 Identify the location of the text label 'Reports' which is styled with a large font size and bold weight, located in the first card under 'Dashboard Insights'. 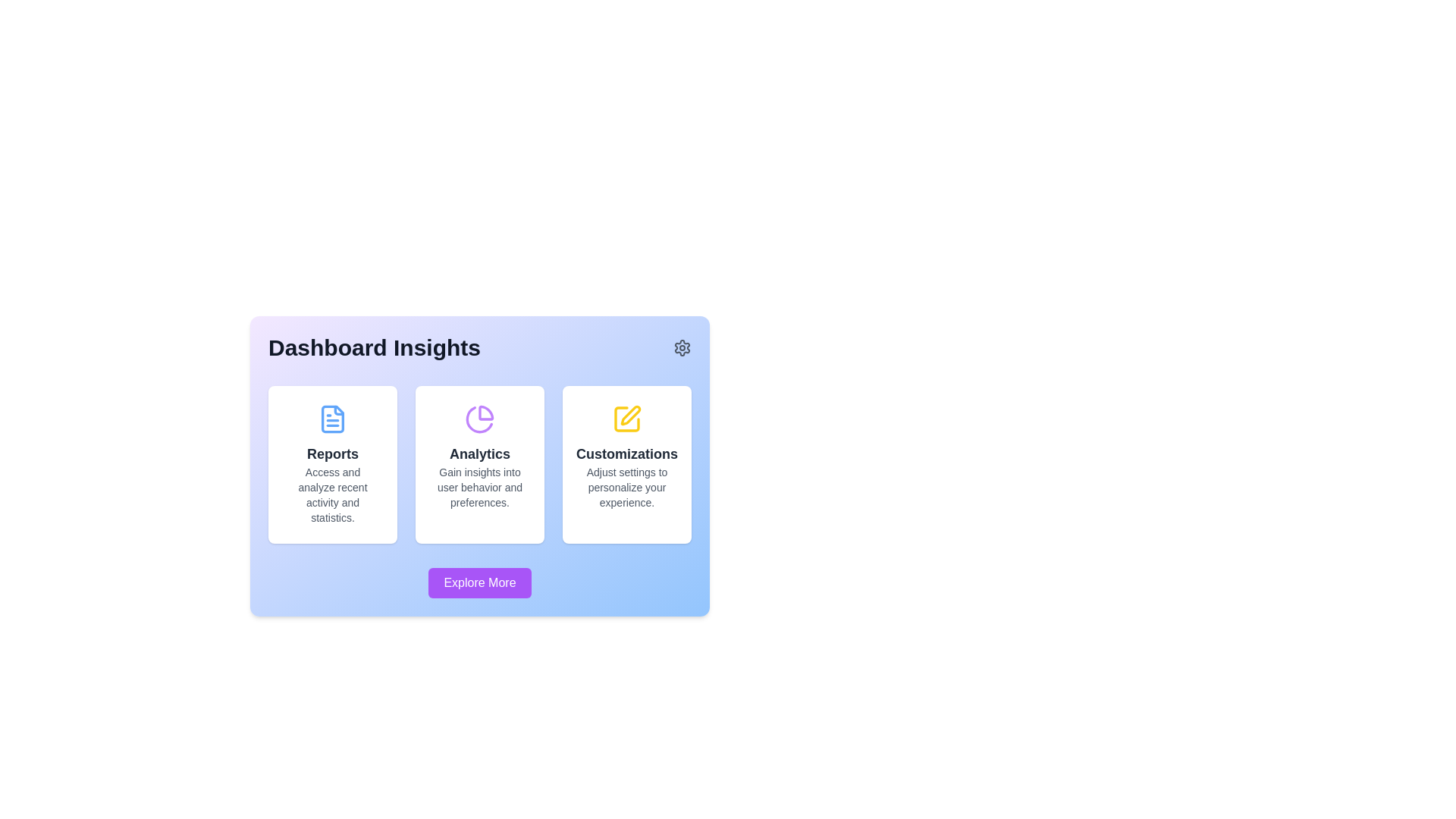
(331, 453).